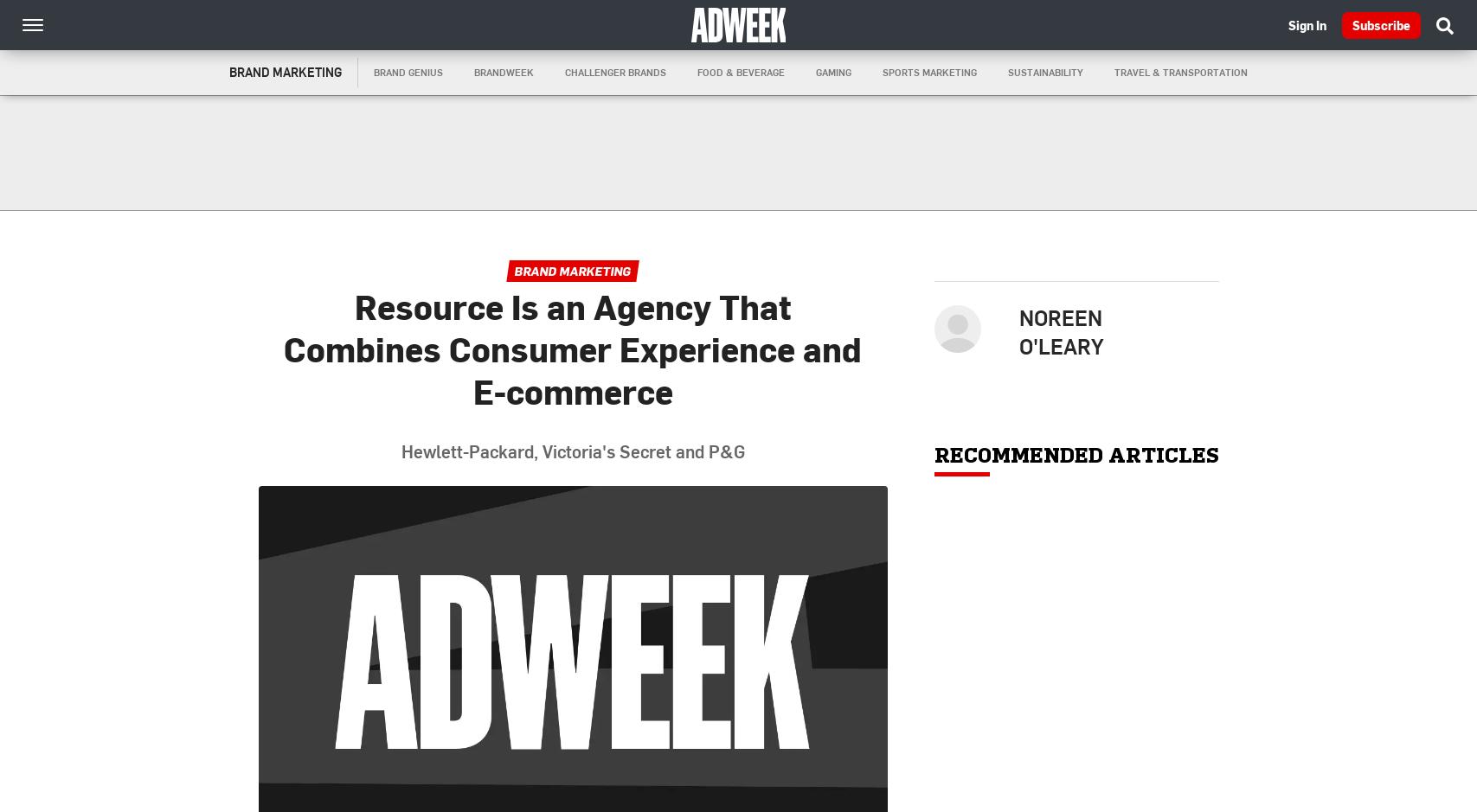 The height and width of the screenshot is (812, 1477). I want to click on 'Sign In', so click(1307, 24).